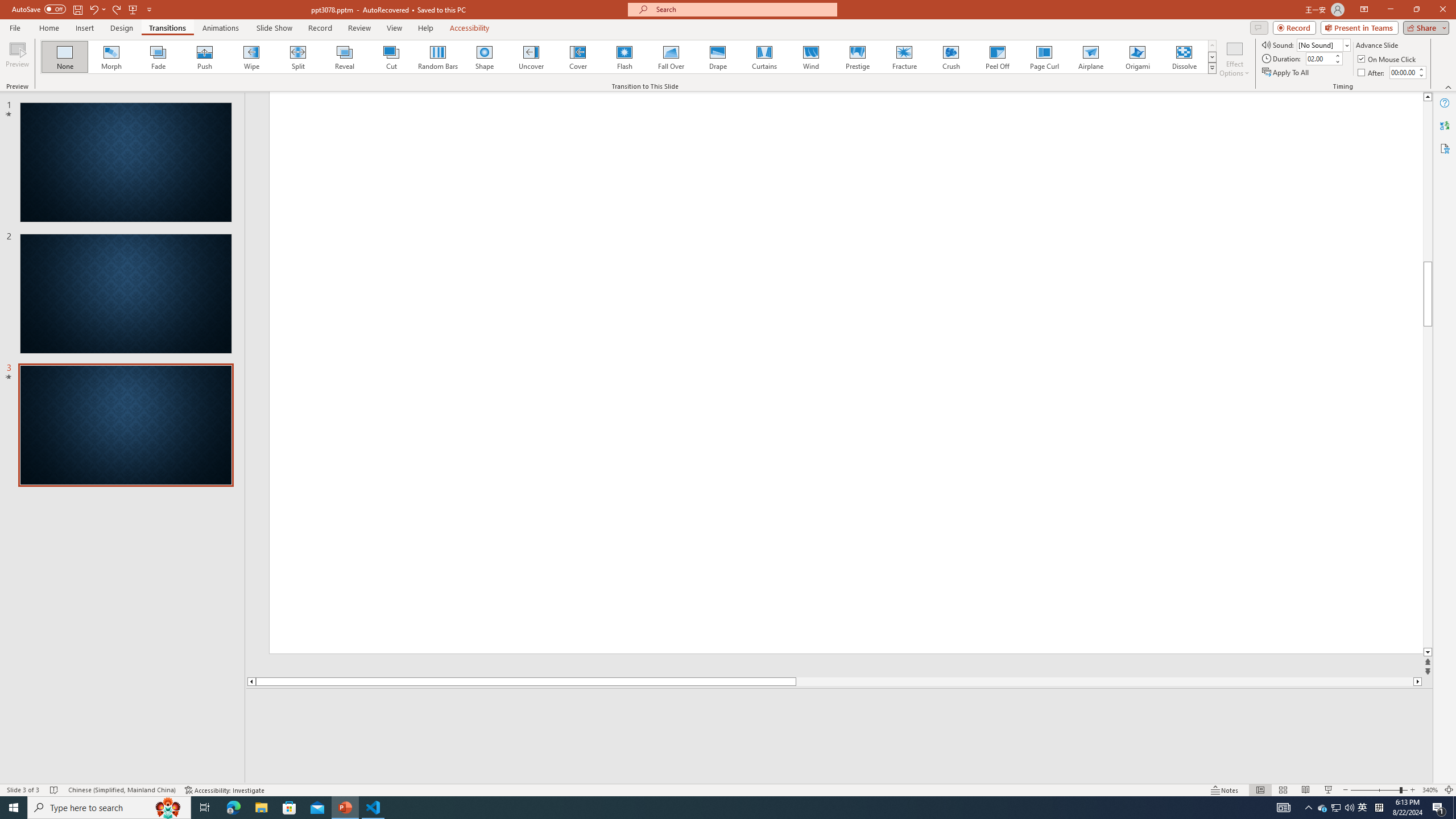 The image size is (1456, 819). I want to click on 'Flash', so click(624, 56).